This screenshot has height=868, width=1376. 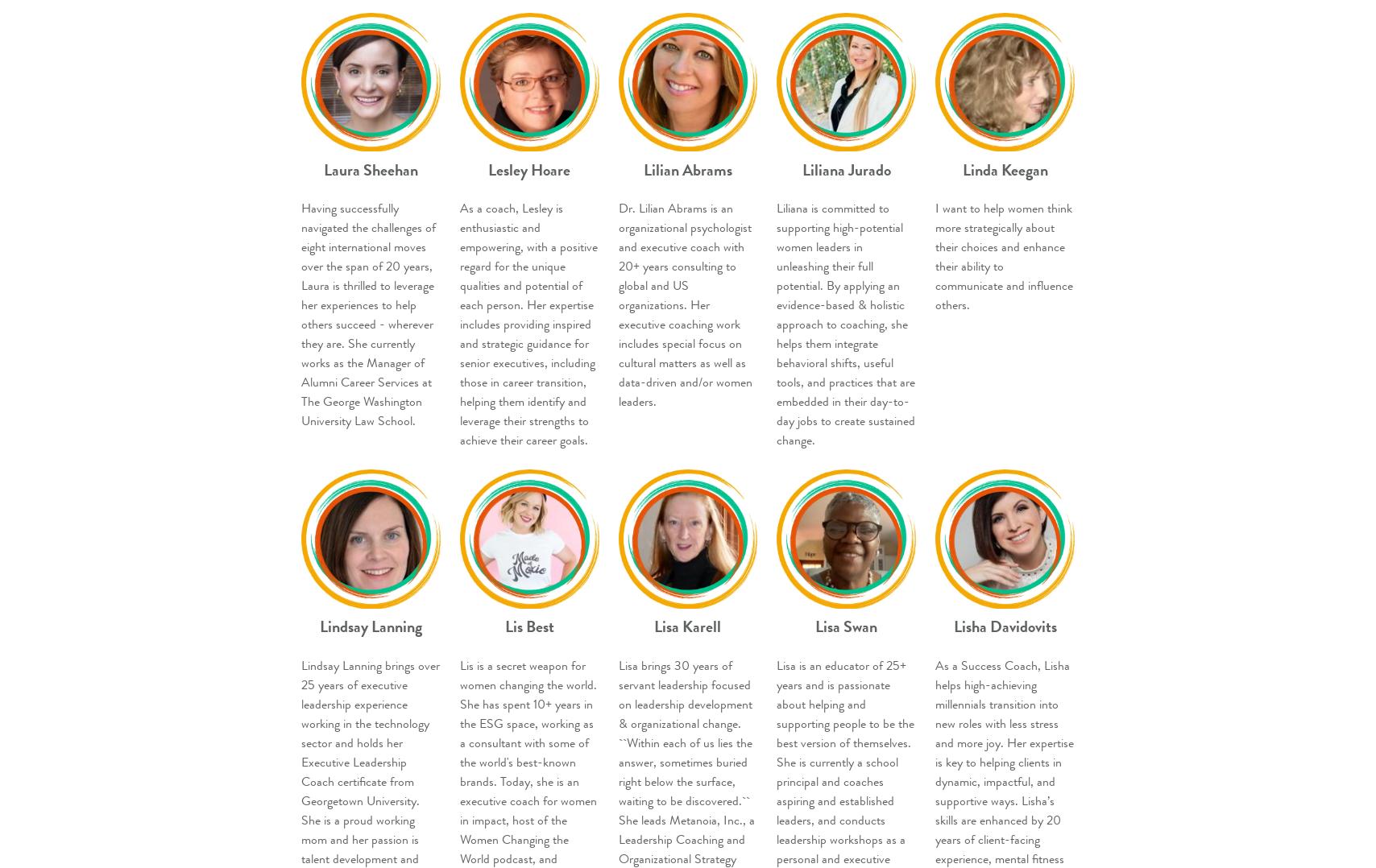 I want to click on 'Having successfully navigated the challenges of eight international moves over the span of 20 years, Laura is thrilled to leverage her experiences to help others succeed - wherever they are. She currently works as the Manager of Alumni Career Services at The George Washington University Law School.', so click(x=301, y=313).